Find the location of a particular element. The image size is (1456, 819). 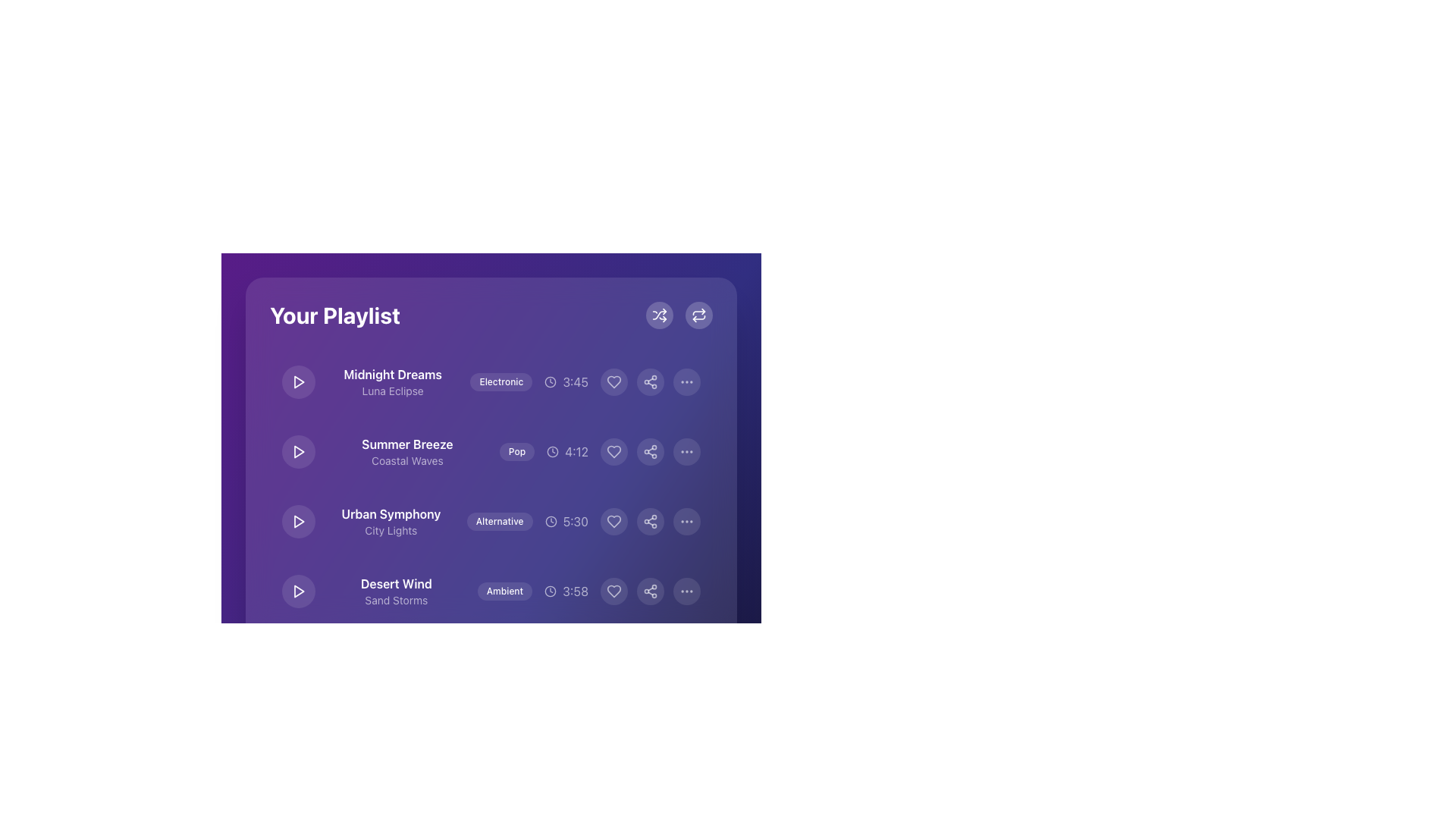

the share icon embedded within the button for the 'Midnight Dreams' music track is located at coordinates (651, 381).